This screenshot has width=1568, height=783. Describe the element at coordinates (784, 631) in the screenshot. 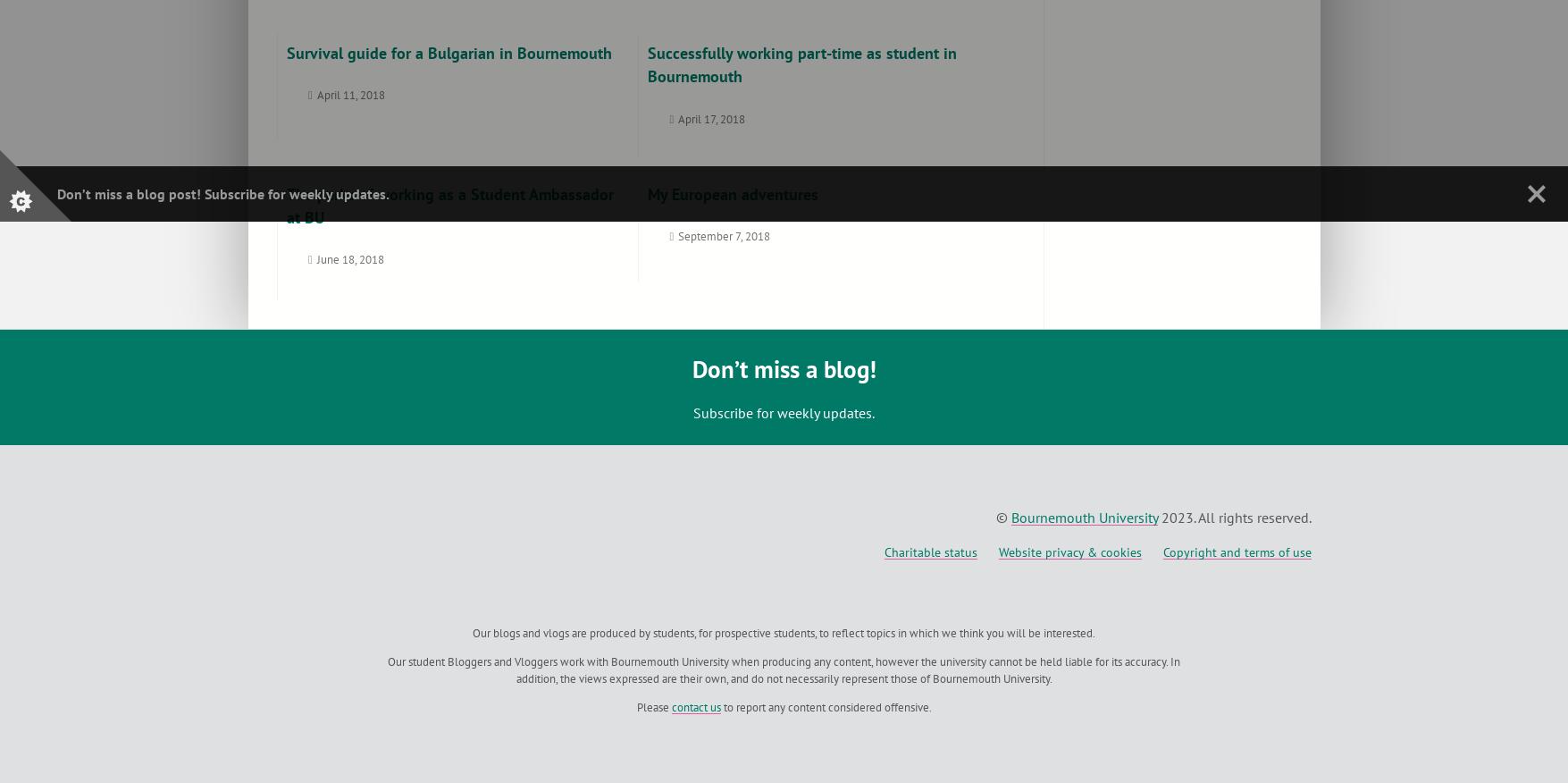

I see `'Our blogs and vlogs are produced by students, for prospective students, to reflect topics in which we think you will be interested.'` at that location.